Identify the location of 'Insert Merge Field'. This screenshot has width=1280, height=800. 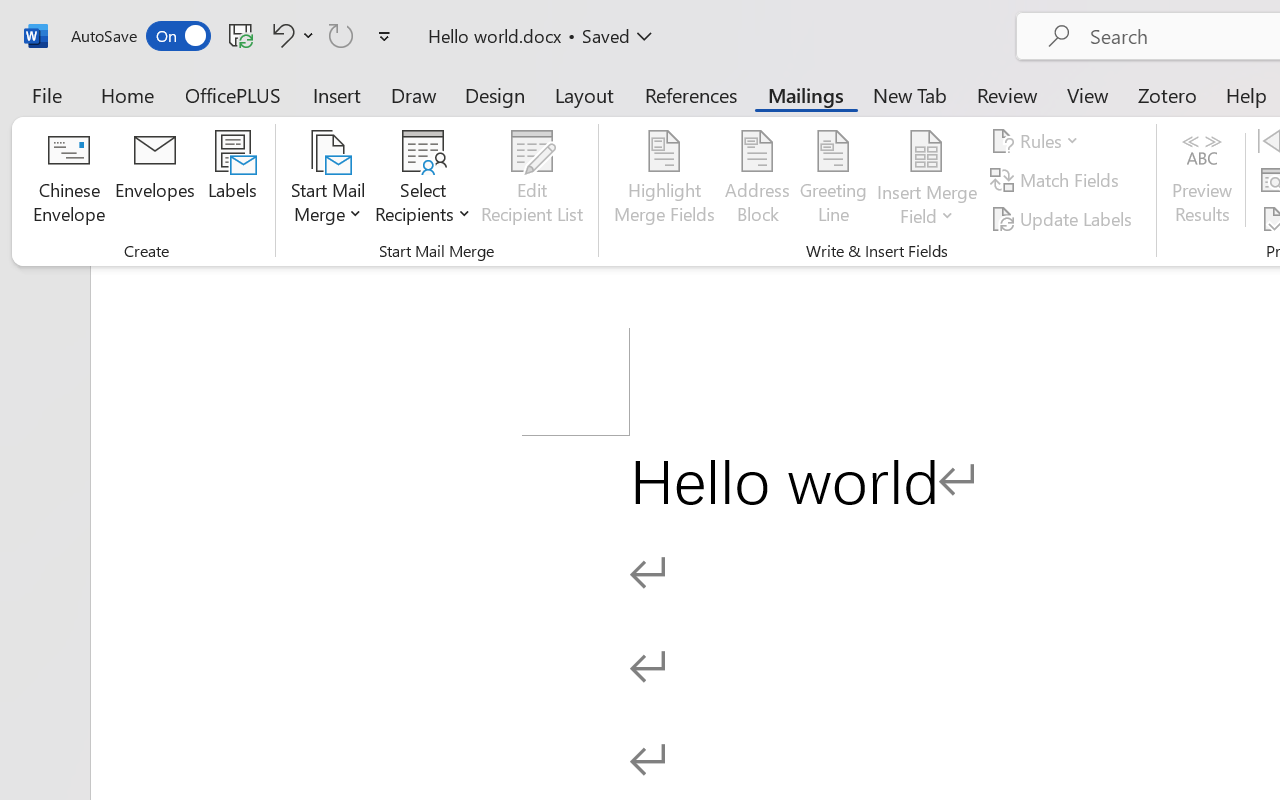
(926, 179).